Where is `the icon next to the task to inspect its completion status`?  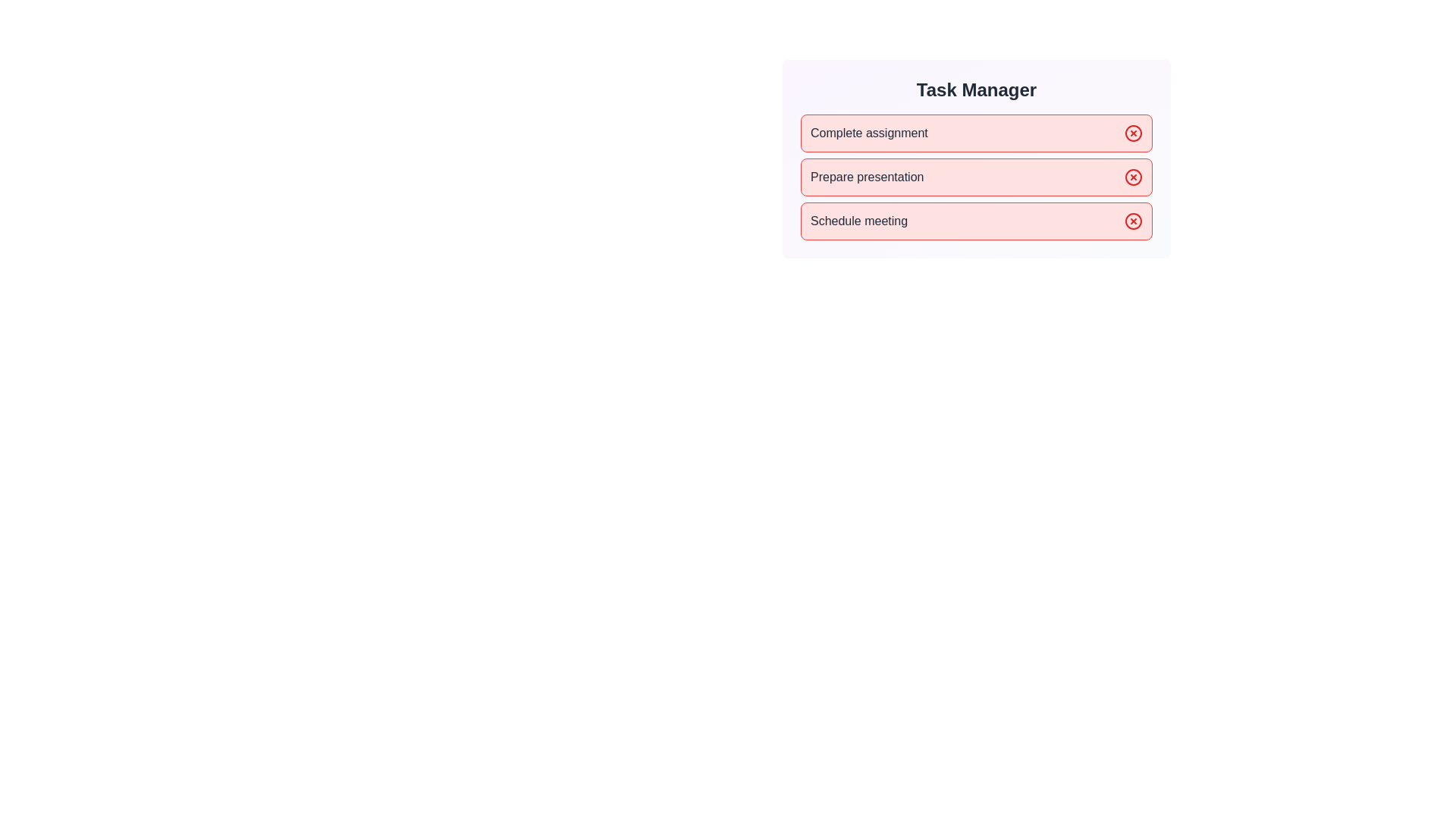
the icon next to the task to inspect its completion status is located at coordinates (1133, 133).